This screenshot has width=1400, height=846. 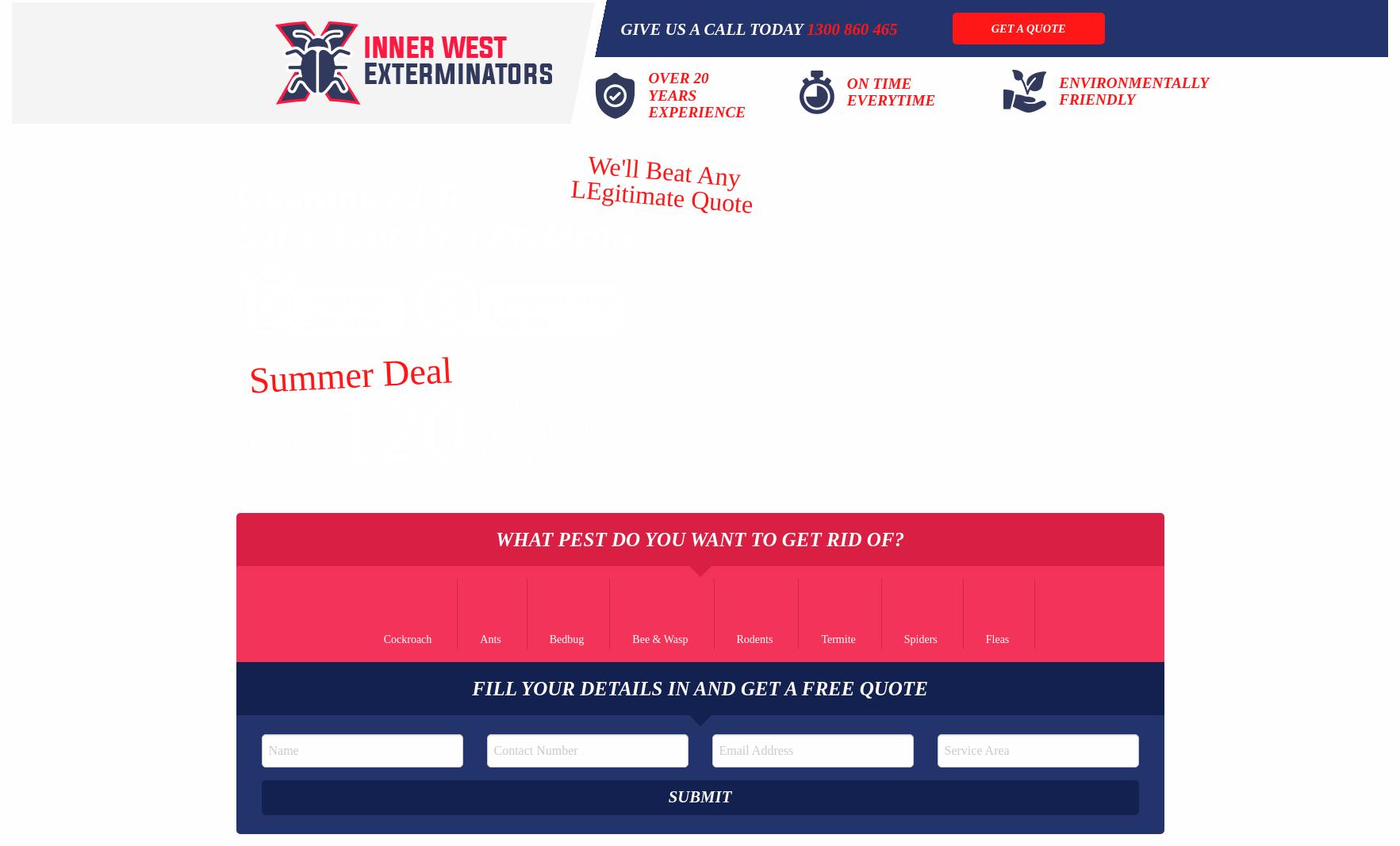 What do you see at coordinates (919, 637) in the screenshot?
I see `'Spiders'` at bounding box center [919, 637].